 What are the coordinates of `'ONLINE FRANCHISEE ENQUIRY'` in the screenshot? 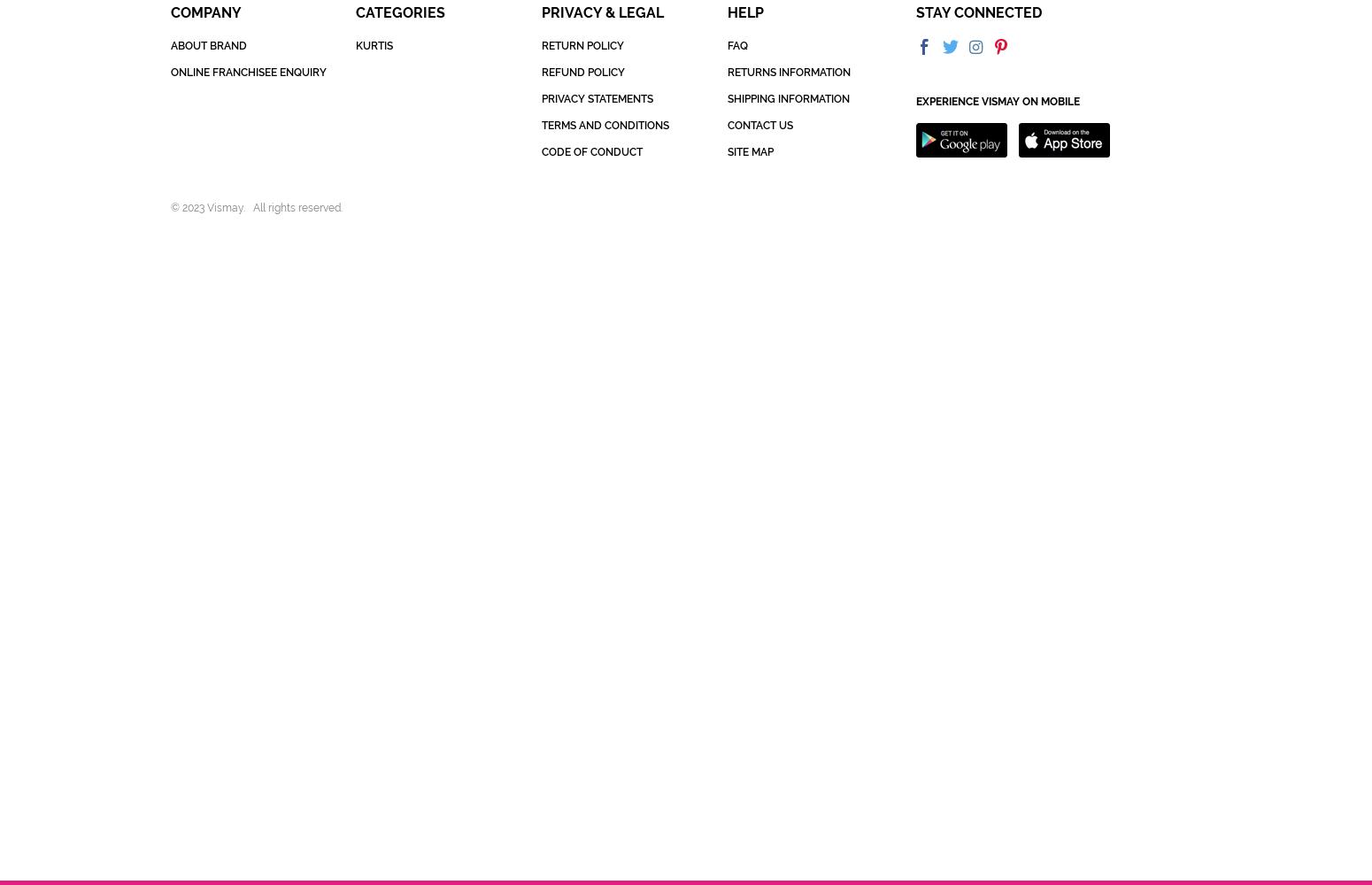 It's located at (247, 72).